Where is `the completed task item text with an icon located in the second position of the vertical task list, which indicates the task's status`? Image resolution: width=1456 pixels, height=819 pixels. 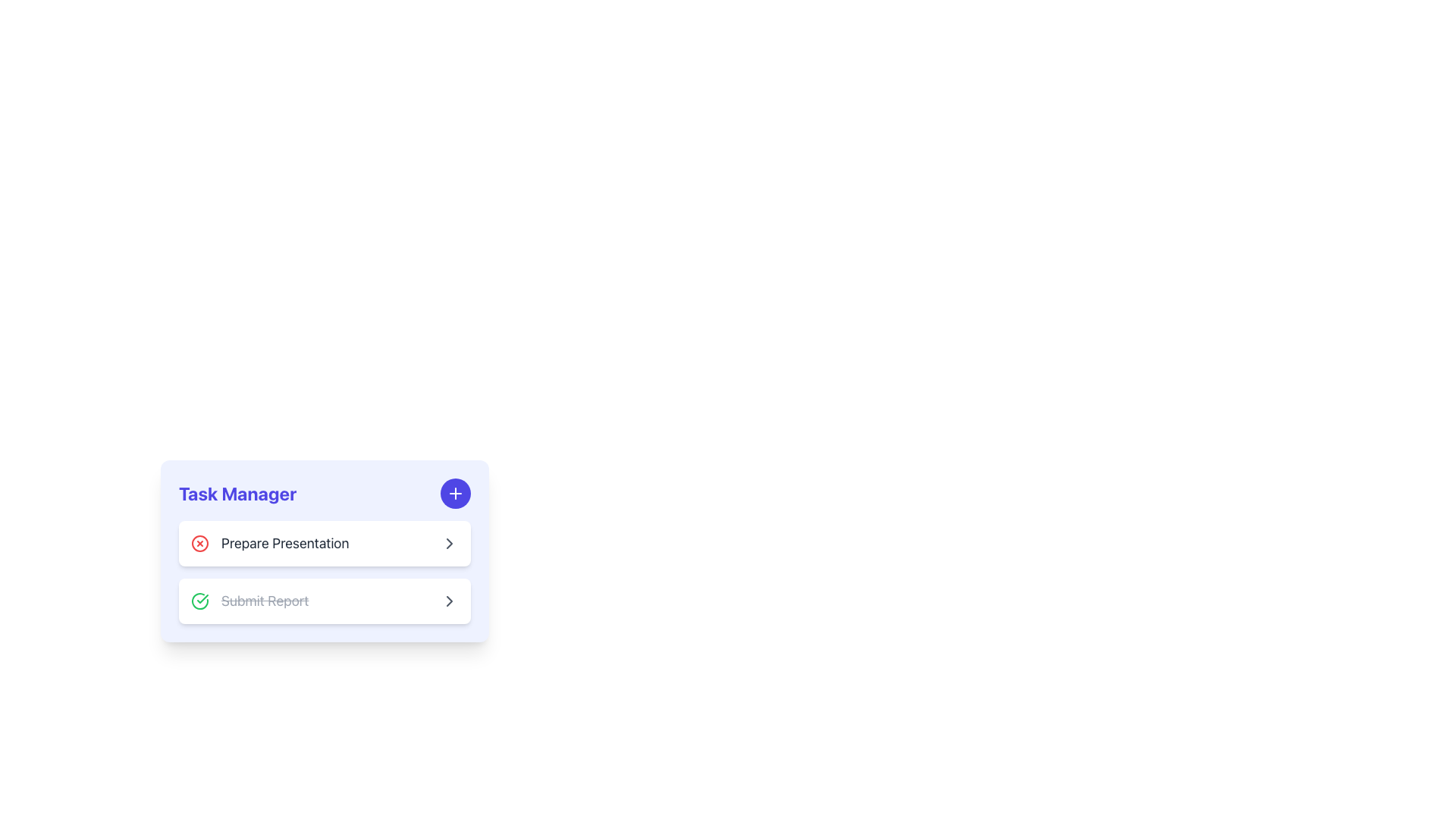 the completed task item text with an icon located in the second position of the vertical task list, which indicates the task's status is located at coordinates (249, 601).